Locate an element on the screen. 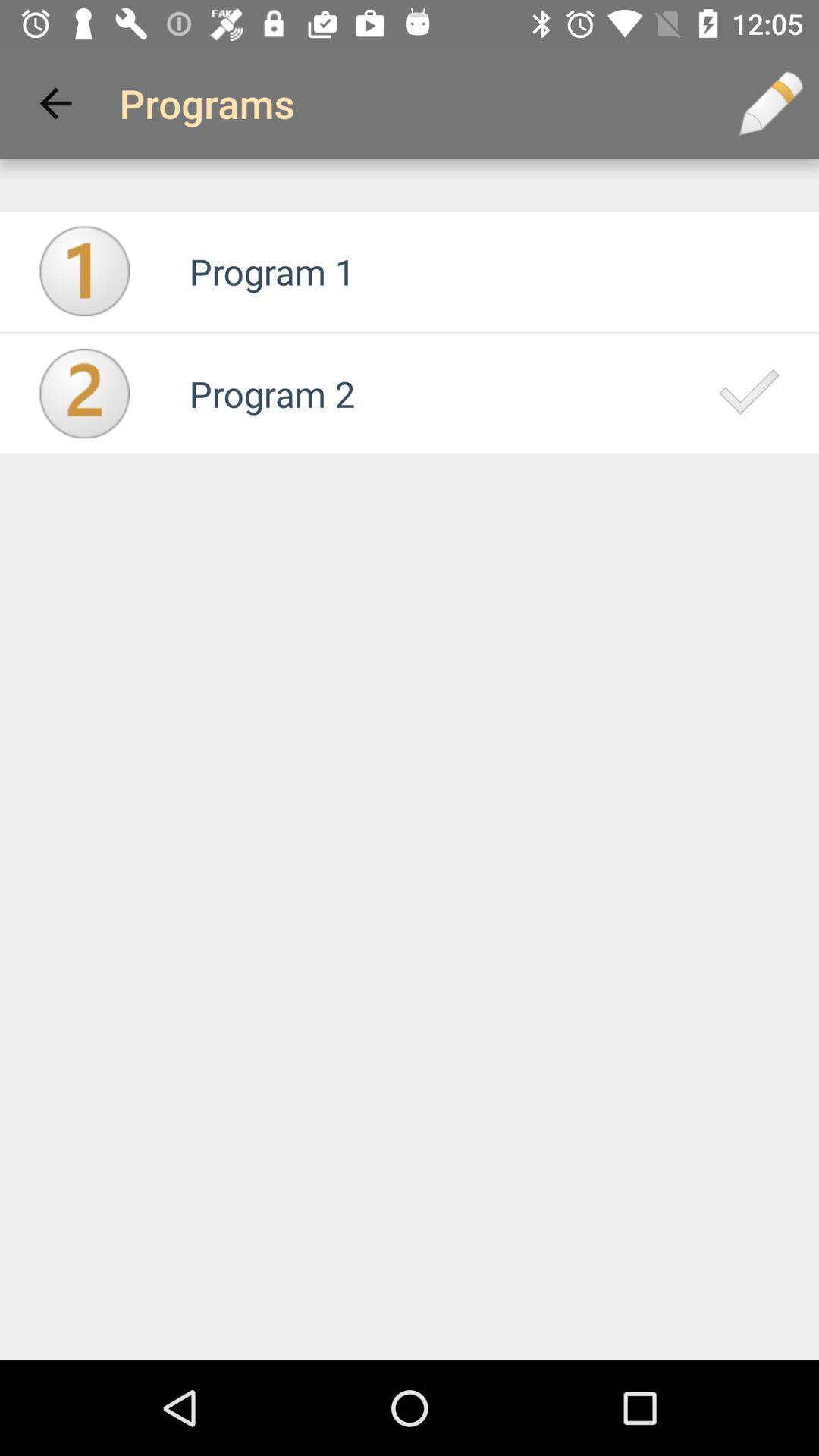 This screenshot has width=819, height=1456. the icon next to the programs icon is located at coordinates (771, 102).